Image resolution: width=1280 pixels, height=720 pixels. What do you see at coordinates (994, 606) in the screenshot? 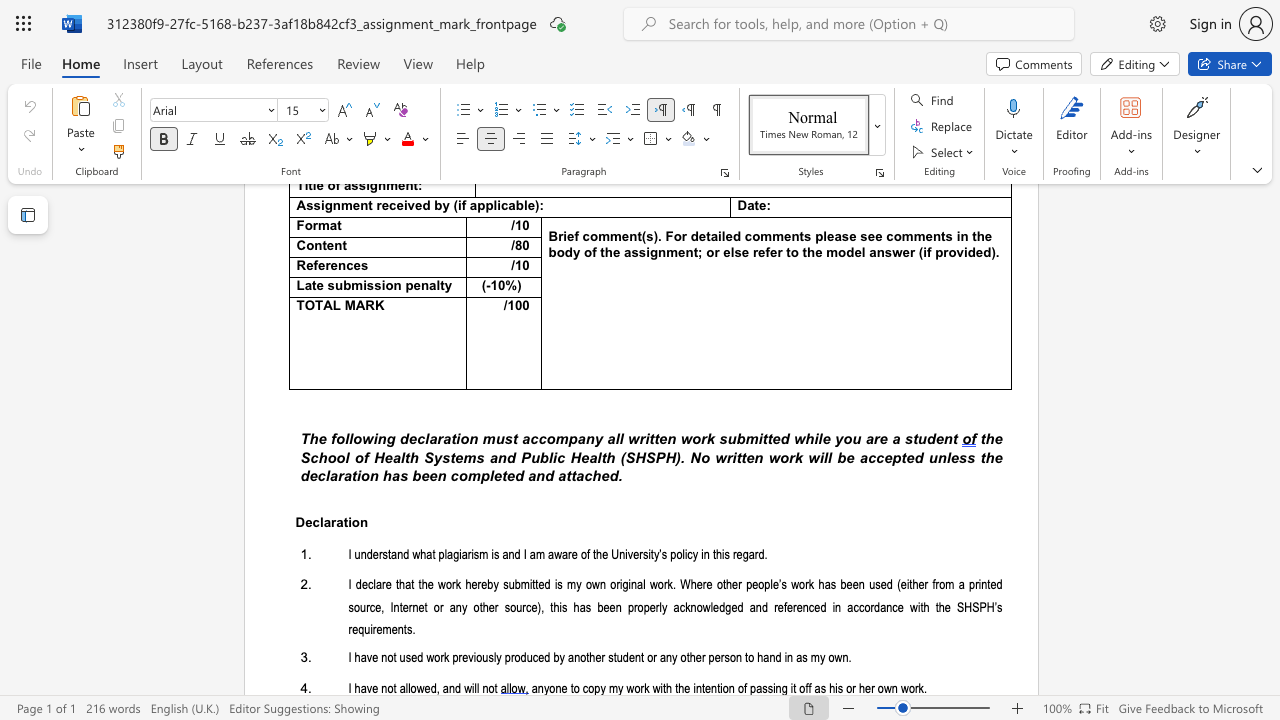
I see `the subset text "’s" within the text "the SHSPH’s"` at bounding box center [994, 606].